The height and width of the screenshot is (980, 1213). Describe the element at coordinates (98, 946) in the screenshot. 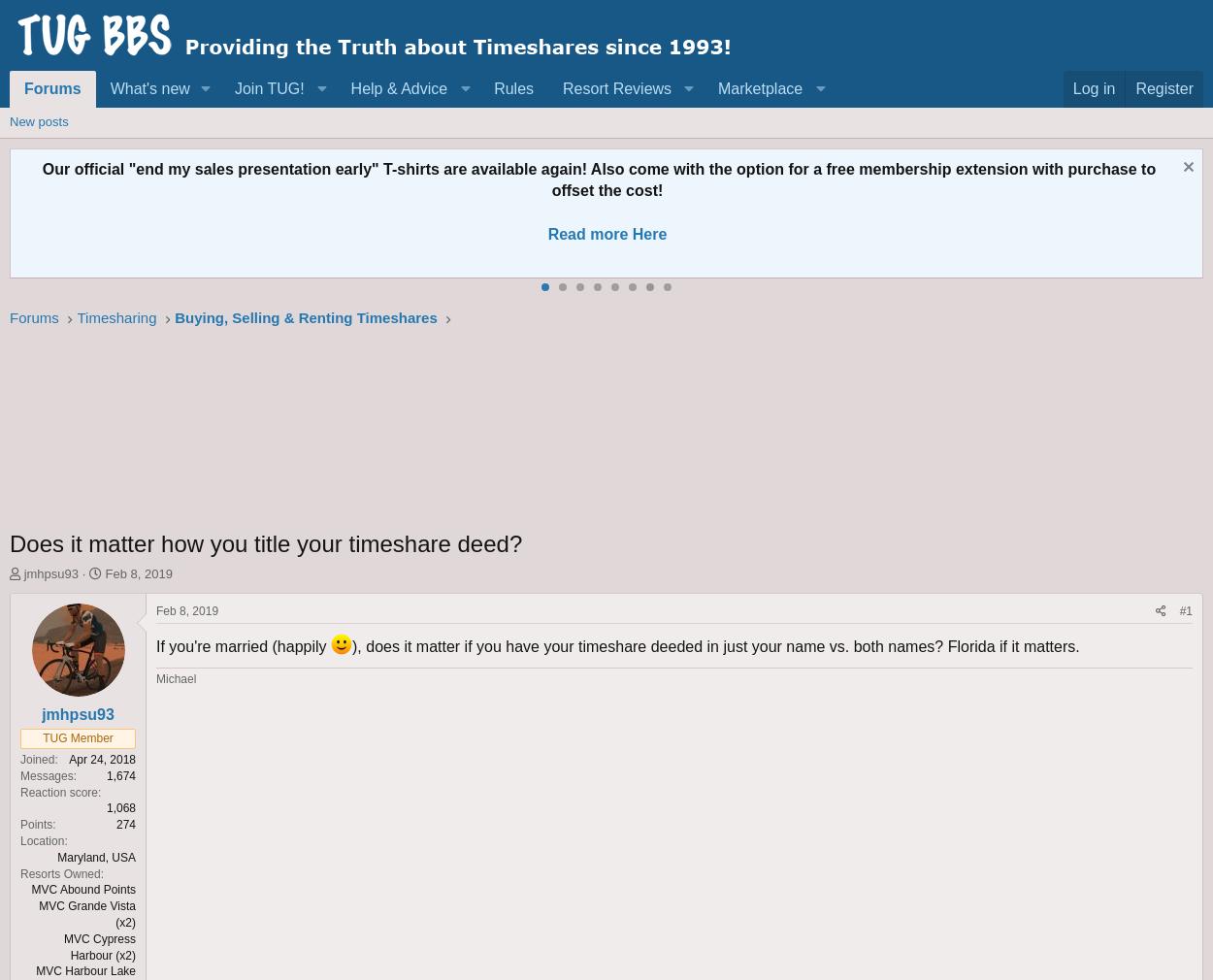

I see `'MVC Cypress Harbour (x2)'` at that location.